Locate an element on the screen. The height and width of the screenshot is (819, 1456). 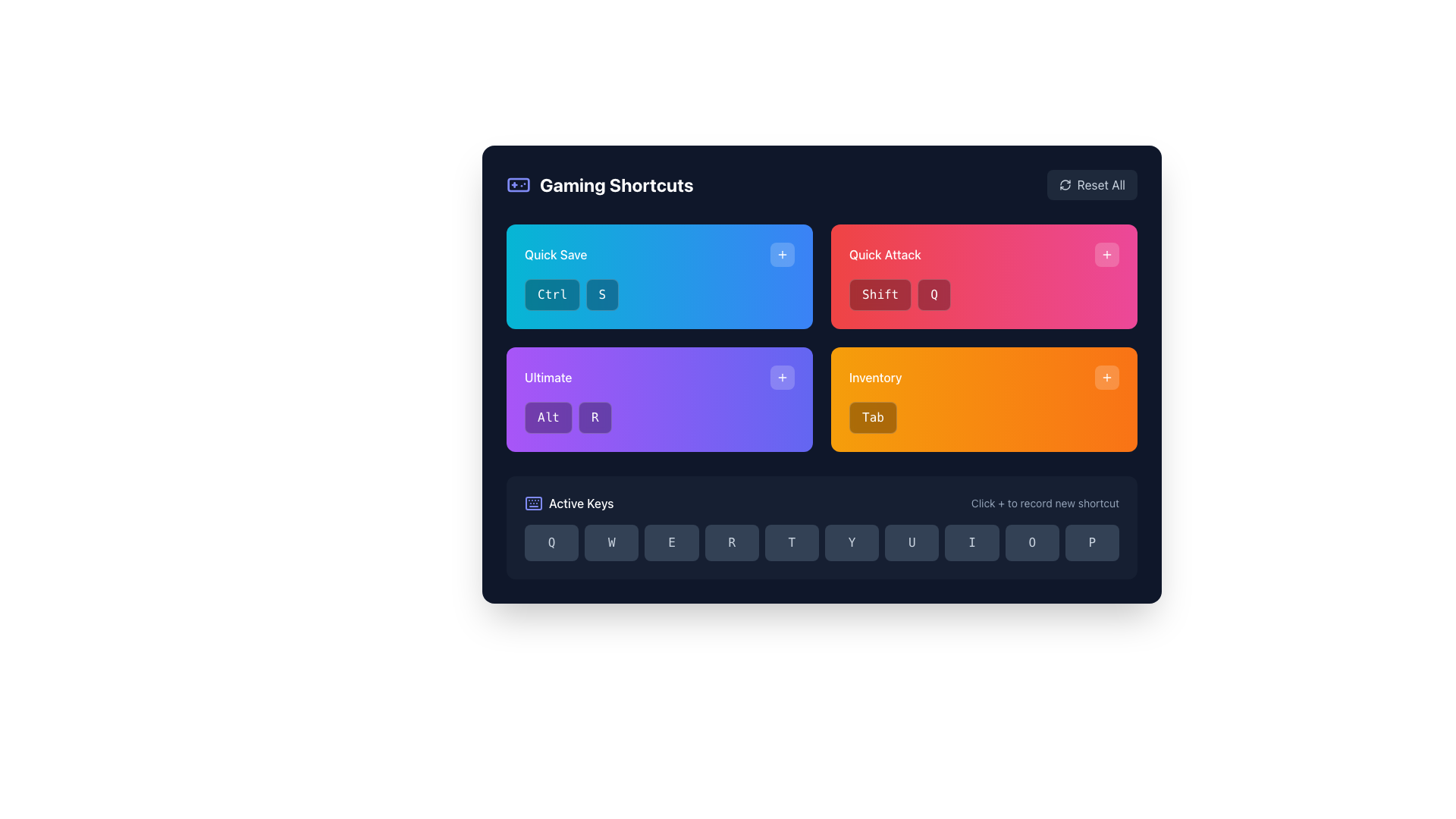
the '+' action button located in the 'Quick Save' section at the top-right corner is located at coordinates (783, 253).